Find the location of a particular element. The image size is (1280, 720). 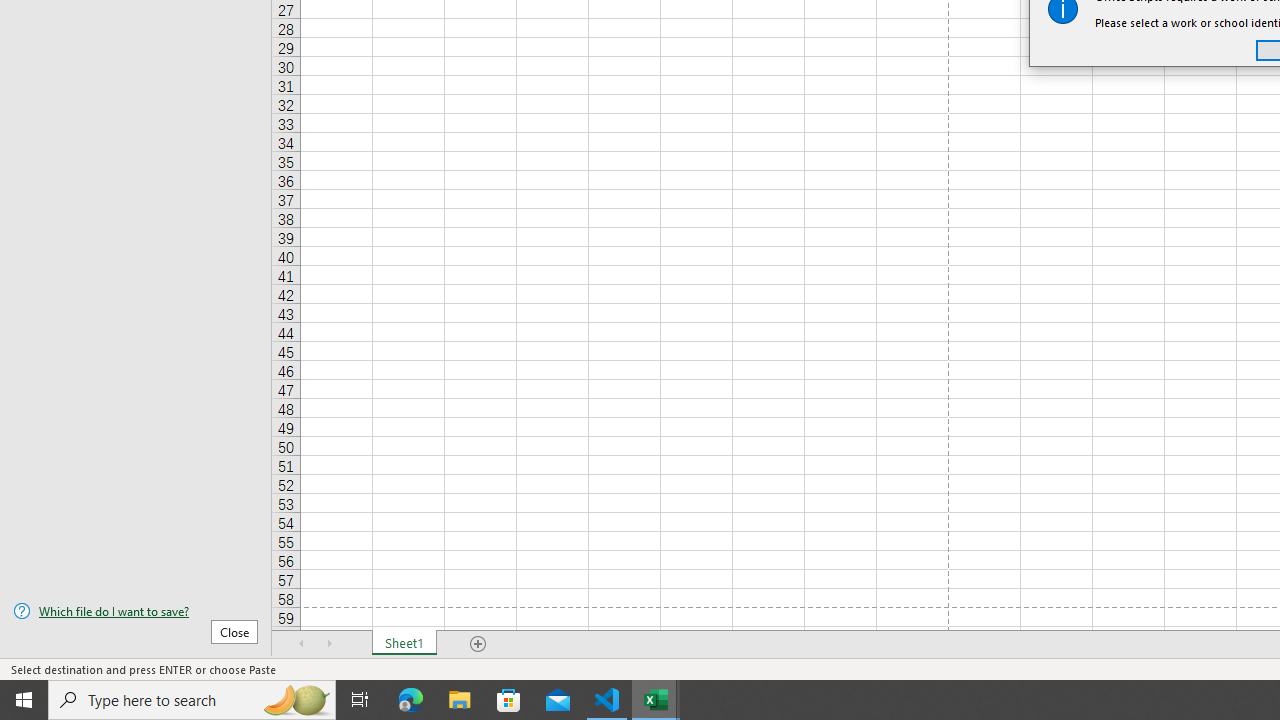

'Microsoft Edge' is located at coordinates (410, 698).